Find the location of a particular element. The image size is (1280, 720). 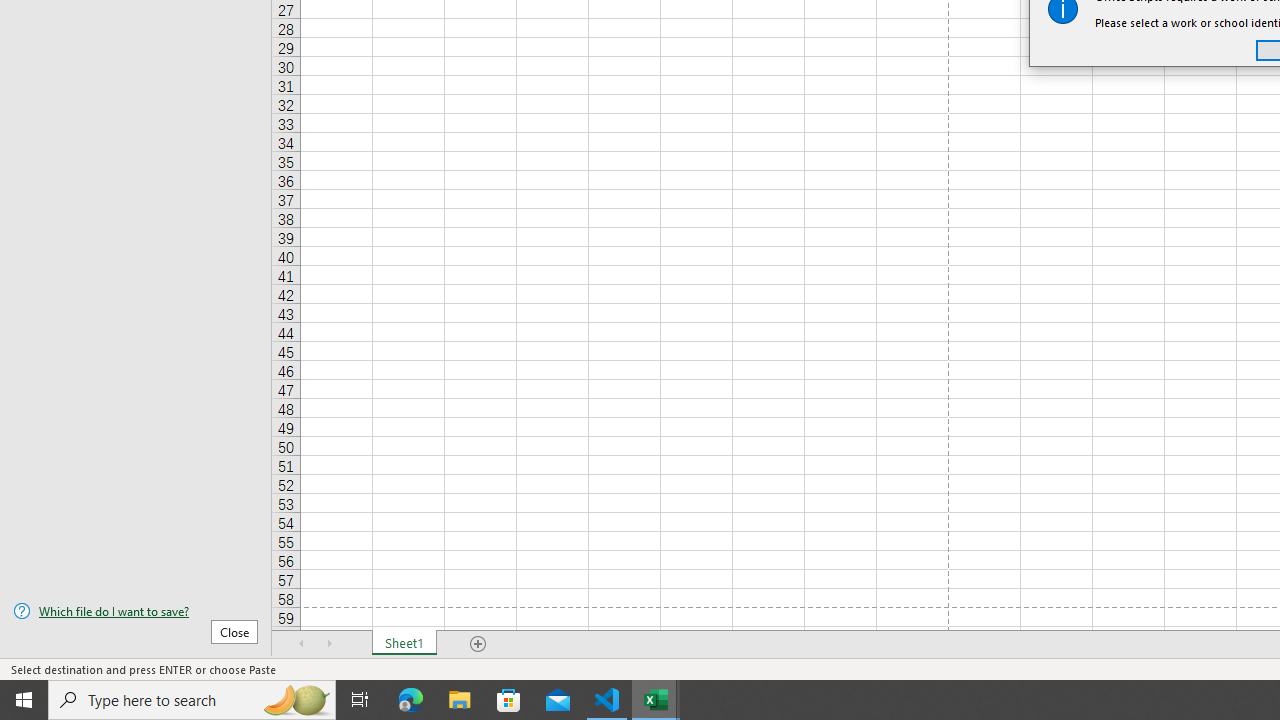

'Microsoft Edge' is located at coordinates (410, 698).